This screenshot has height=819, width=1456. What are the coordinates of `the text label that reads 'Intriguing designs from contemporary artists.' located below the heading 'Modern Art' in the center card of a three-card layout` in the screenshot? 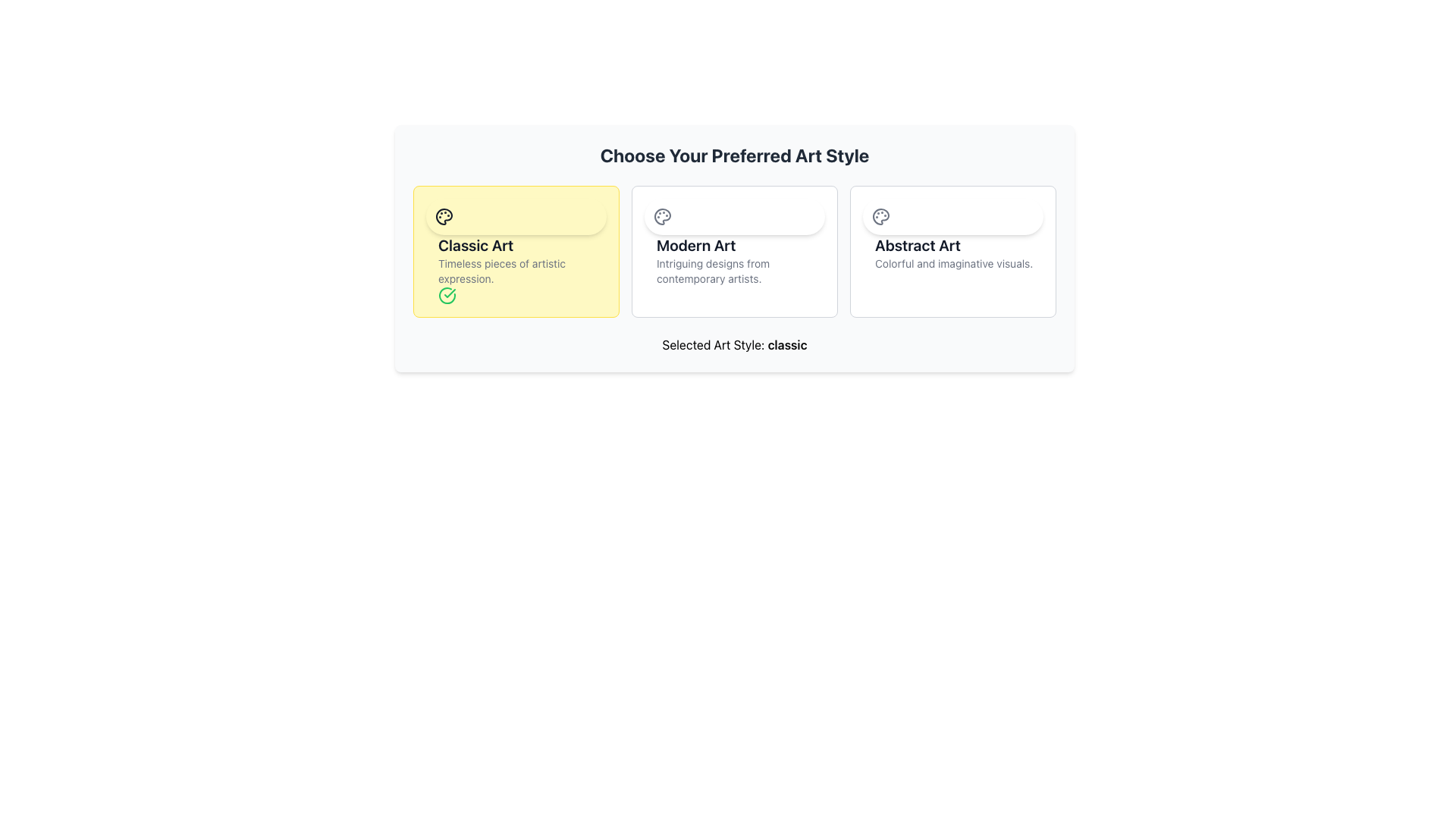 It's located at (741, 271).